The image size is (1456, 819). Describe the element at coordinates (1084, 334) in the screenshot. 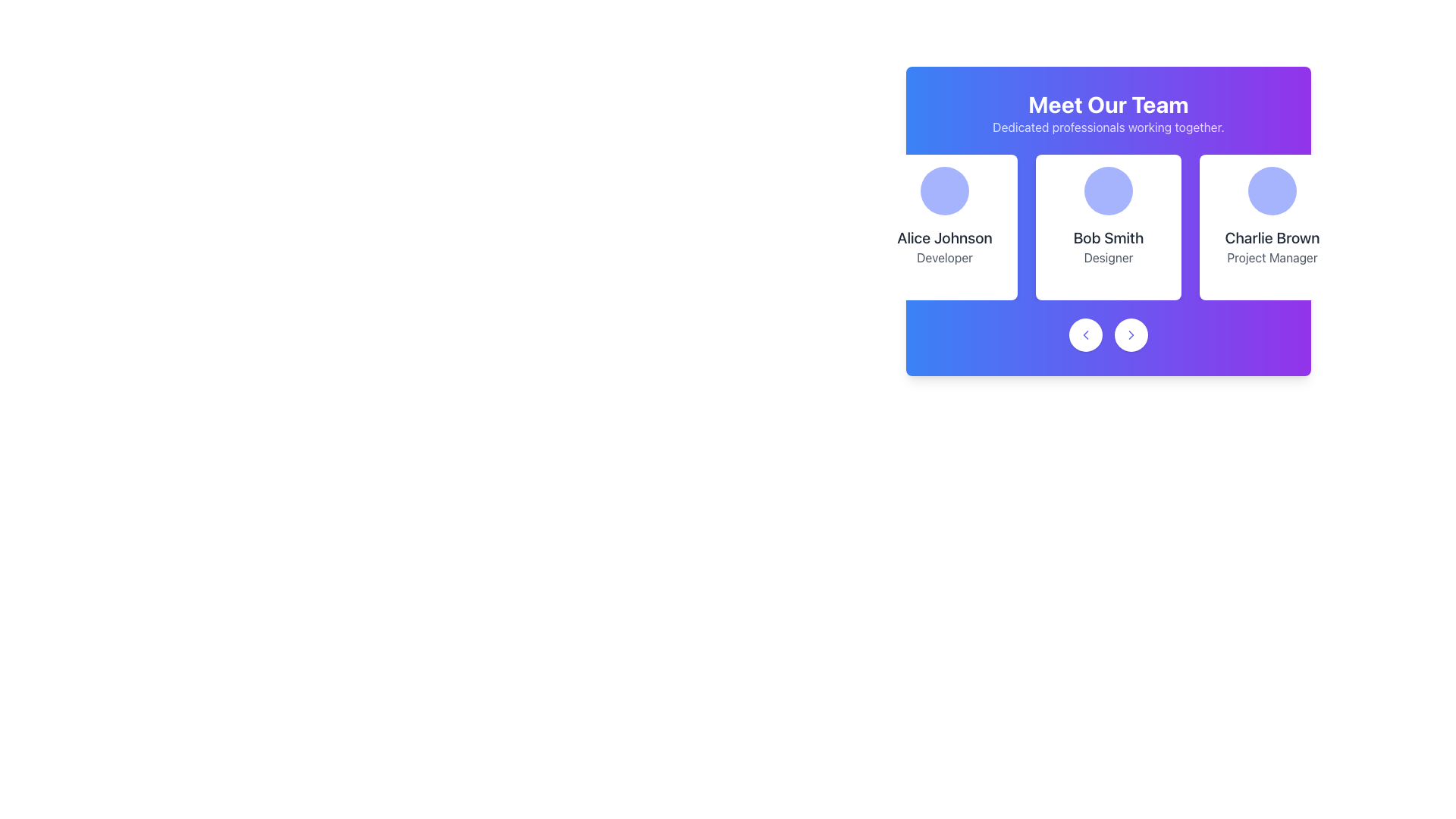

I see `the circular button with a white background and indigo left-pointing chevron icon to trigger hover effects` at that location.